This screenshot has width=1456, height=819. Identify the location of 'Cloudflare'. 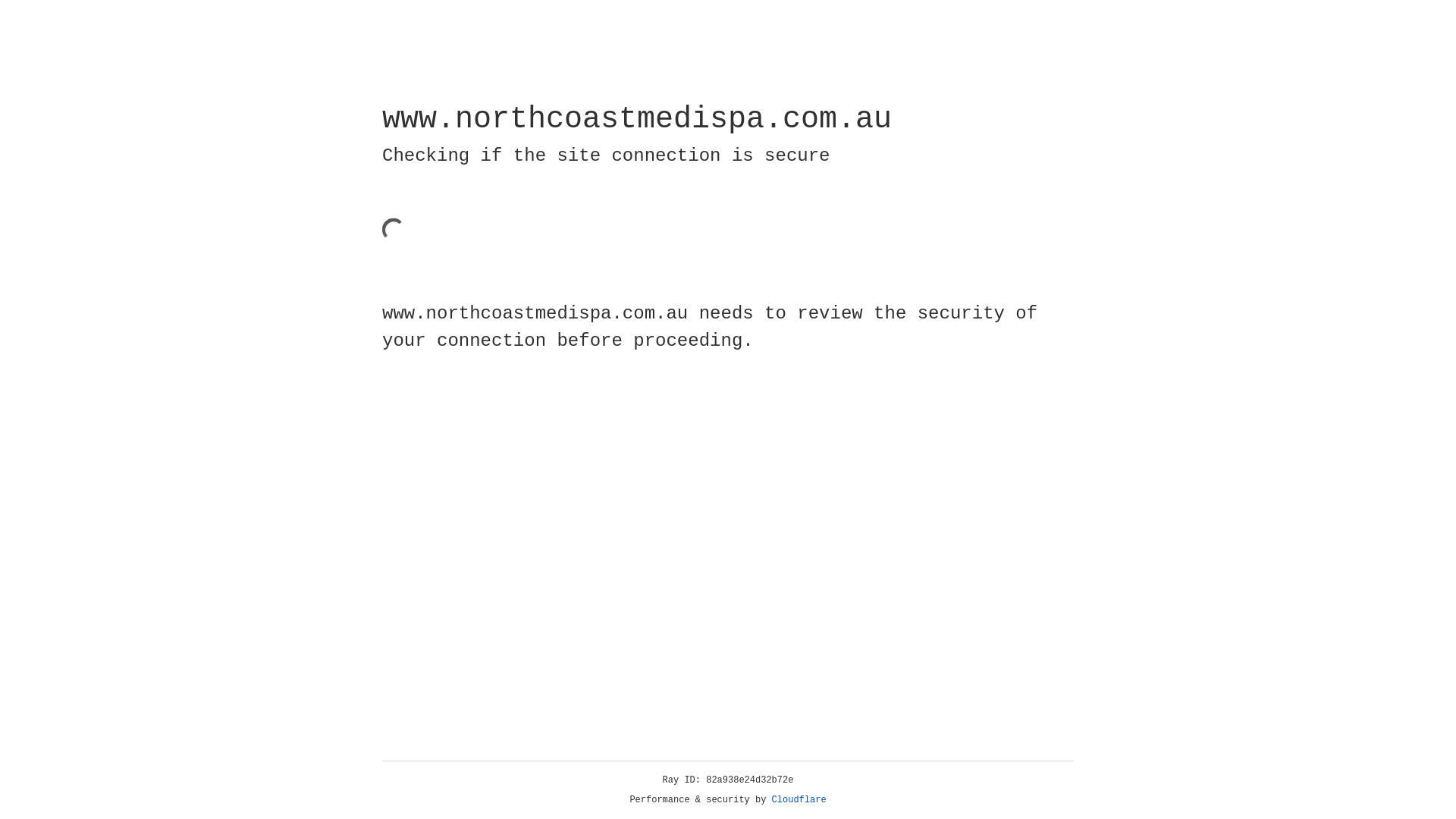
(799, 799).